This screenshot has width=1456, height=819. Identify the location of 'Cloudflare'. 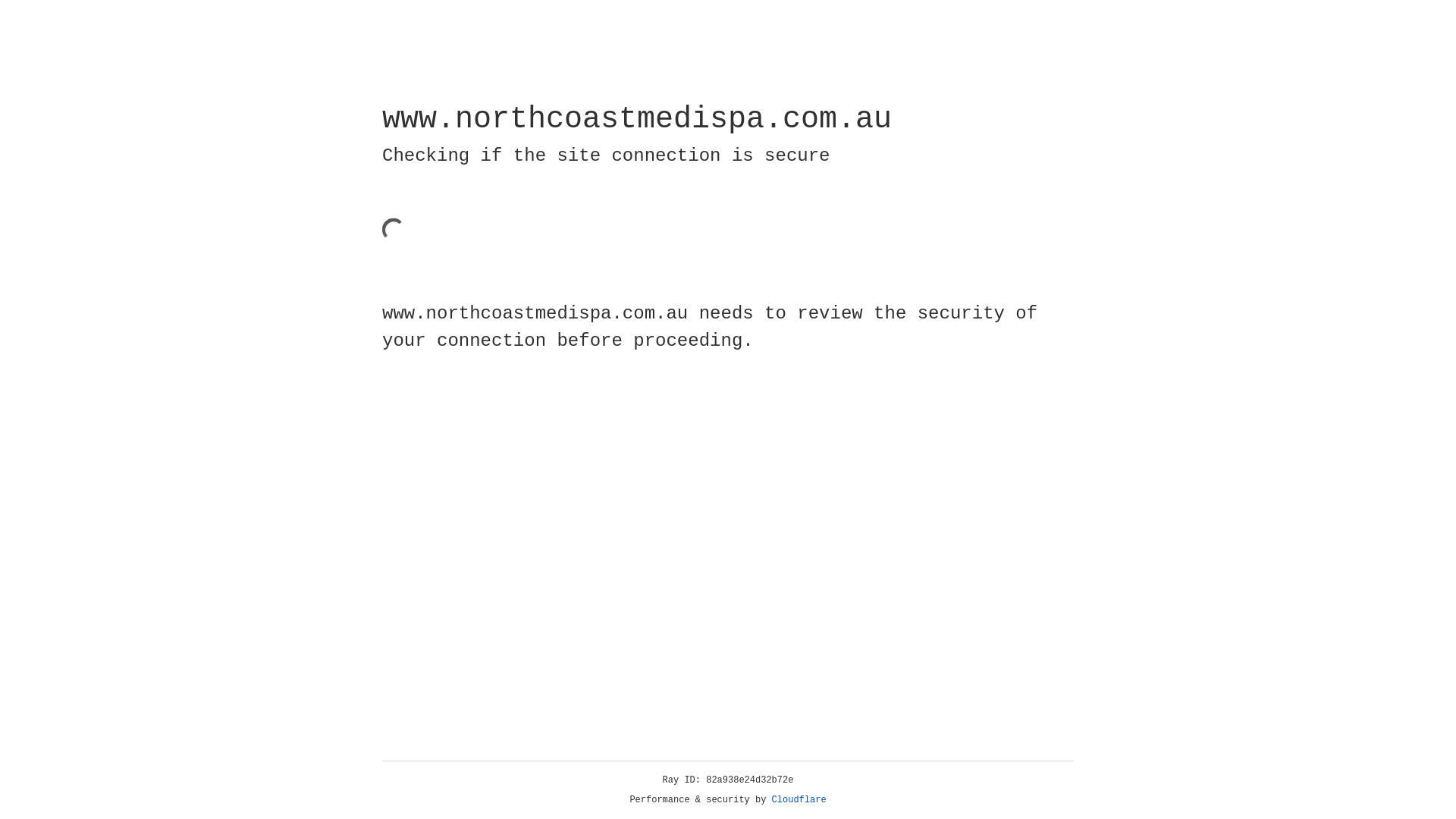
(799, 799).